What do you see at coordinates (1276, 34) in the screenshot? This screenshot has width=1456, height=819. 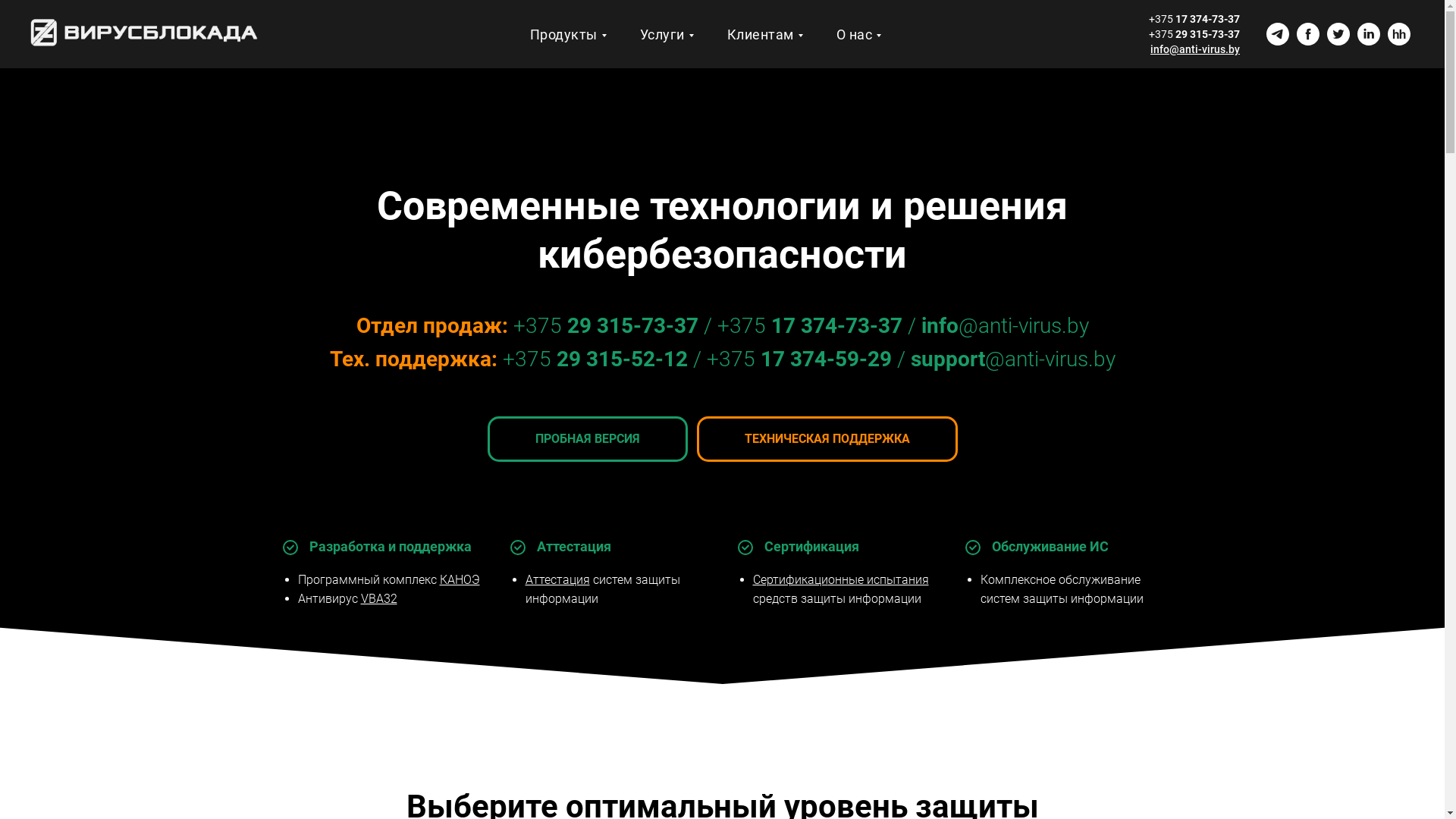 I see `'Telegram'` at bounding box center [1276, 34].